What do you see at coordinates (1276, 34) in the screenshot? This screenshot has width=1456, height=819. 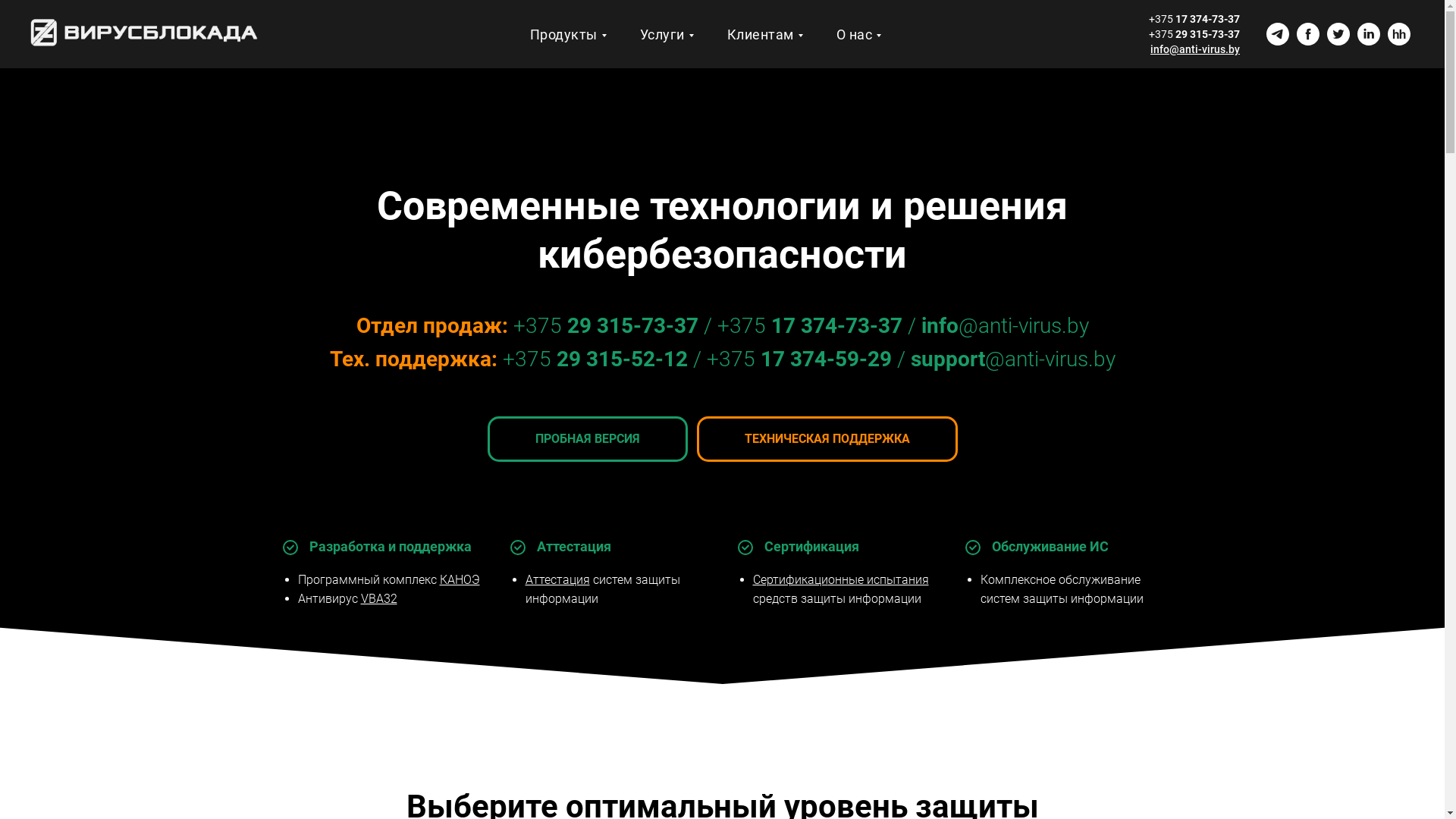 I see `'Telegram'` at bounding box center [1276, 34].